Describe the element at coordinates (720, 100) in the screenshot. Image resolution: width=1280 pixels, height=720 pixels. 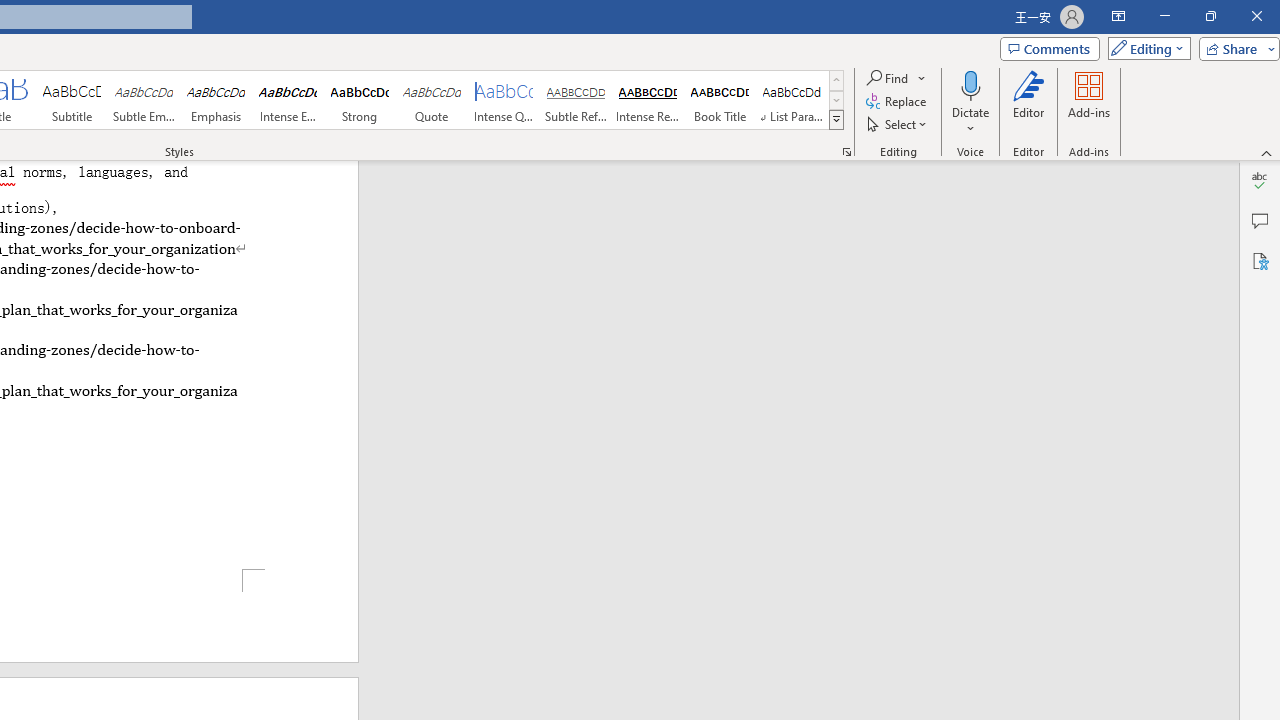
I see `'Book Title'` at that location.